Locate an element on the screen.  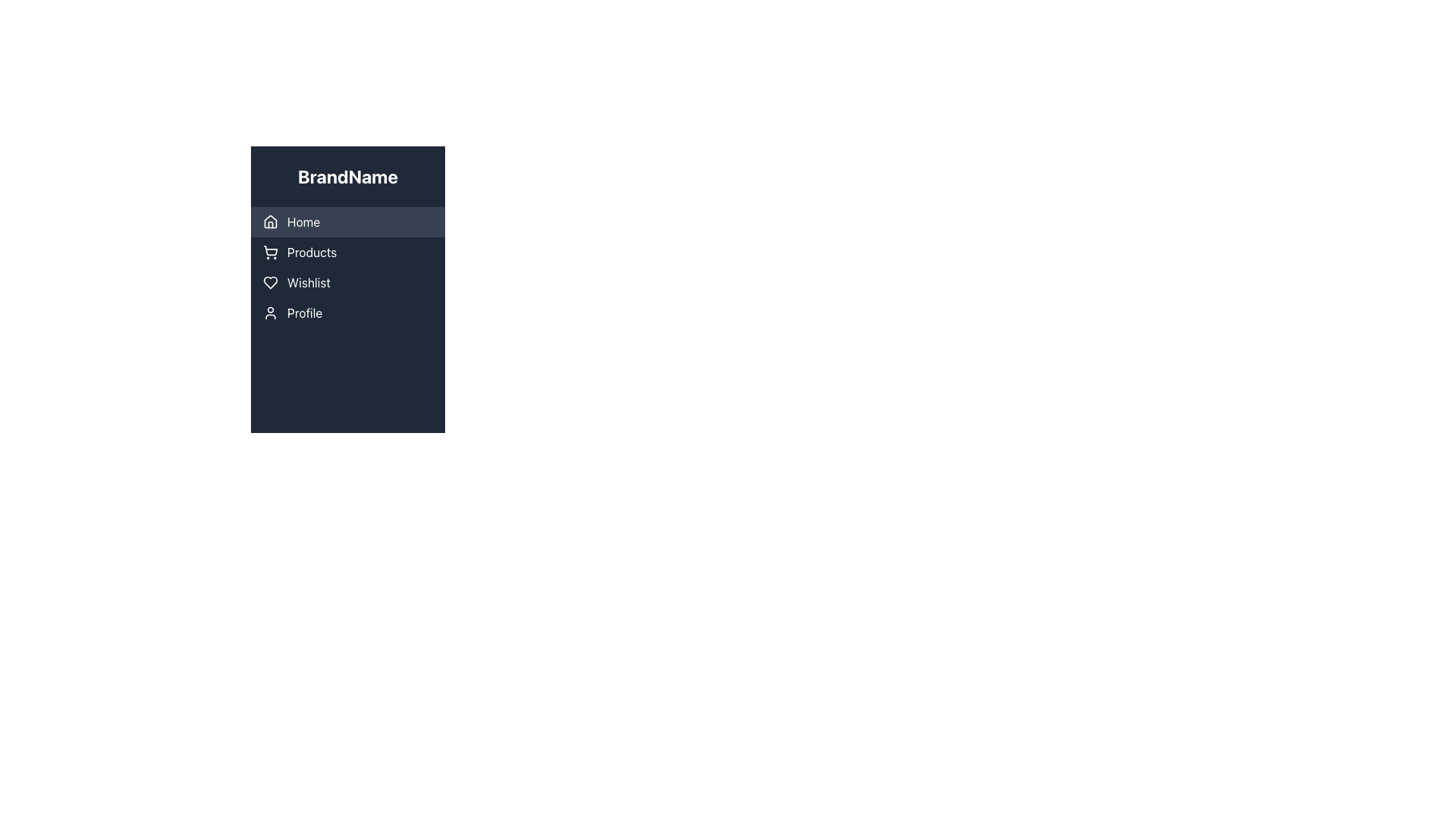
the 'Products' menu item icon located next to the 'Products' label under the 'BrandName' side menu is located at coordinates (271, 249).